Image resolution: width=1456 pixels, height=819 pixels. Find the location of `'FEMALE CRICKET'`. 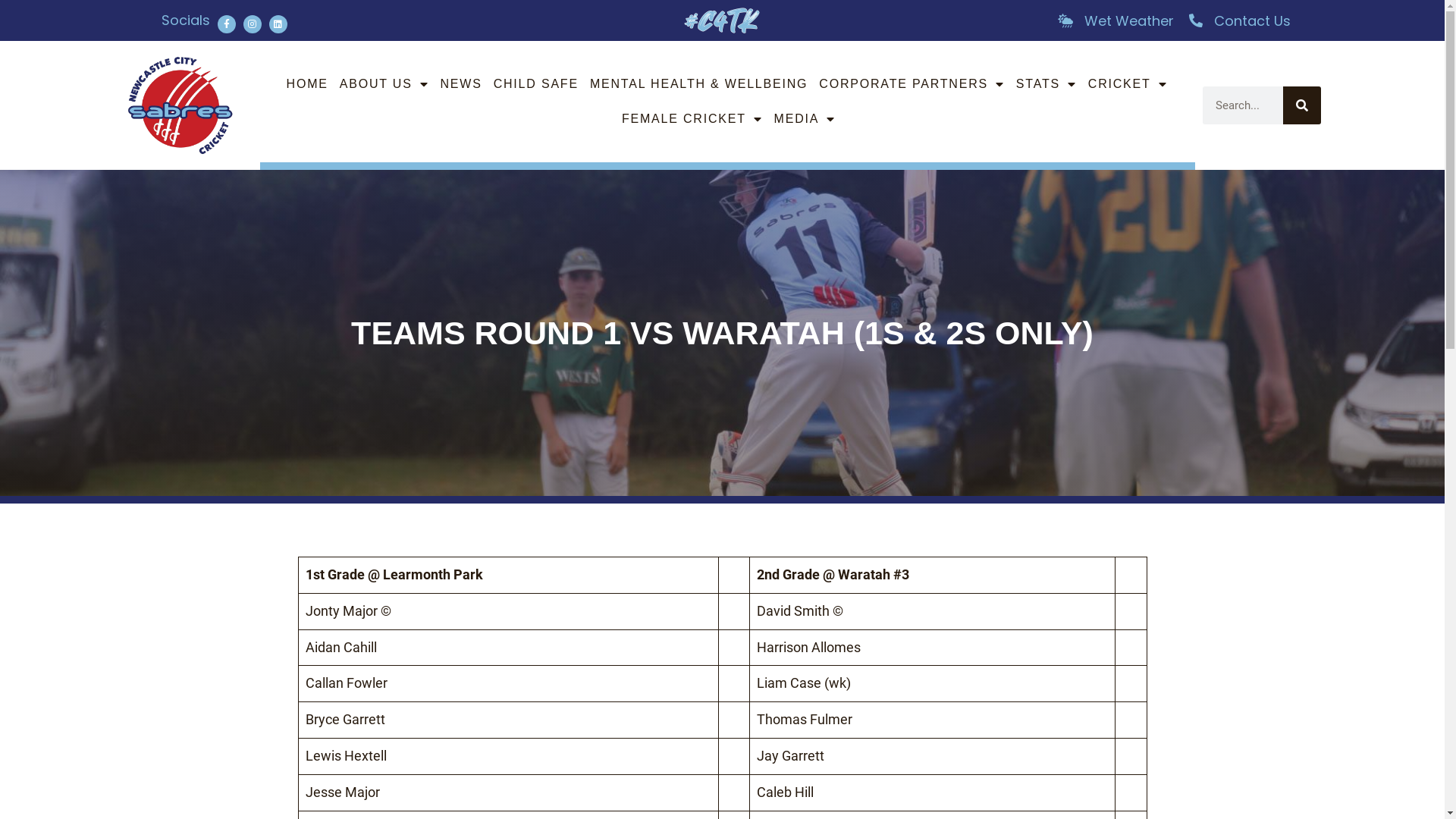

'FEMALE CRICKET' is located at coordinates (618, 118).